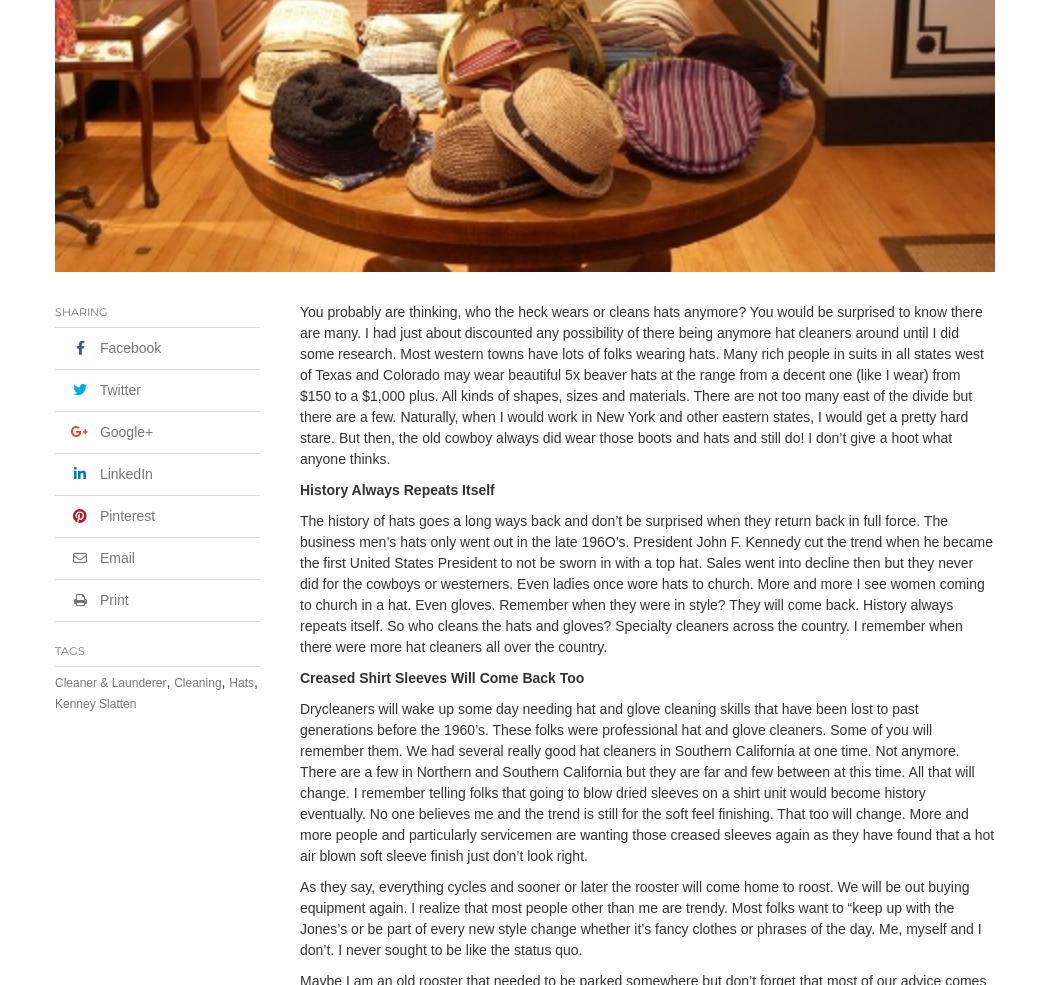 The height and width of the screenshot is (985, 1050). Describe the element at coordinates (126, 516) in the screenshot. I see `'Pinterest'` at that location.